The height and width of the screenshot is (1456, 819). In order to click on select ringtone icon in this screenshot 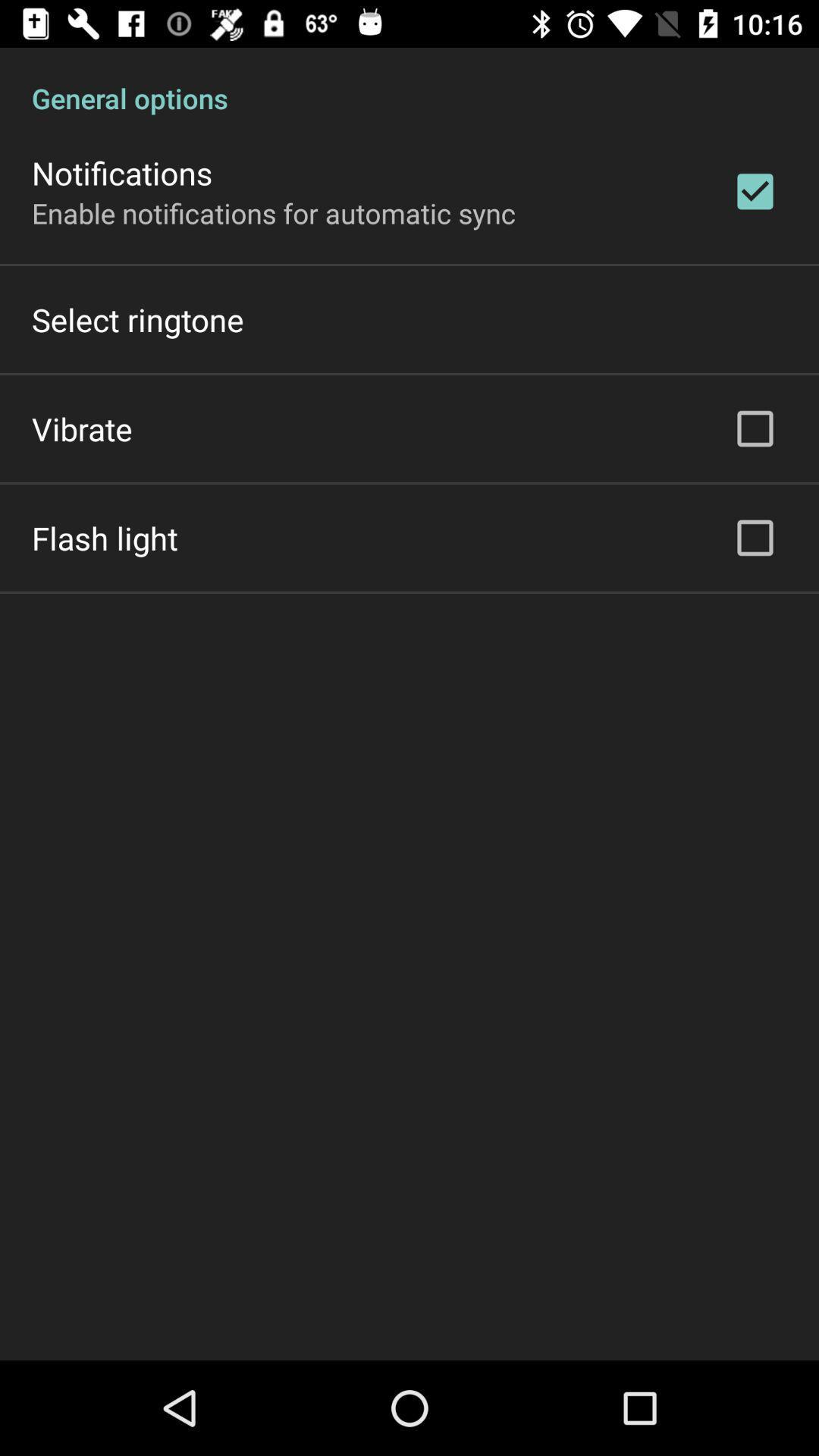, I will do `click(137, 318)`.